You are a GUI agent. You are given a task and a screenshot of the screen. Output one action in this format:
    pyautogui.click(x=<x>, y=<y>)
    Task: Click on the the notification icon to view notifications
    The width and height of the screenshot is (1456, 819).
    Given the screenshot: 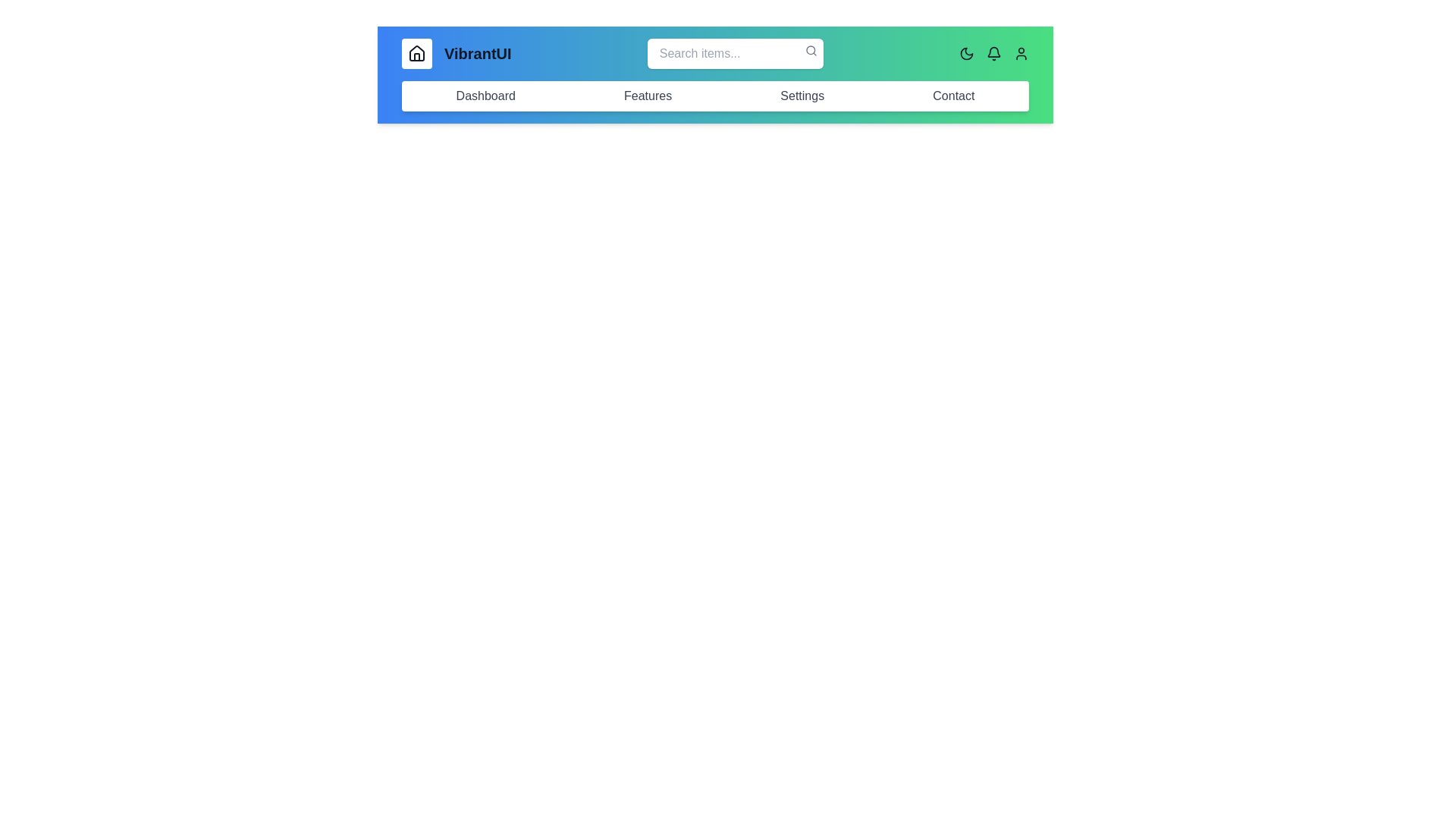 What is the action you would take?
    pyautogui.click(x=993, y=52)
    